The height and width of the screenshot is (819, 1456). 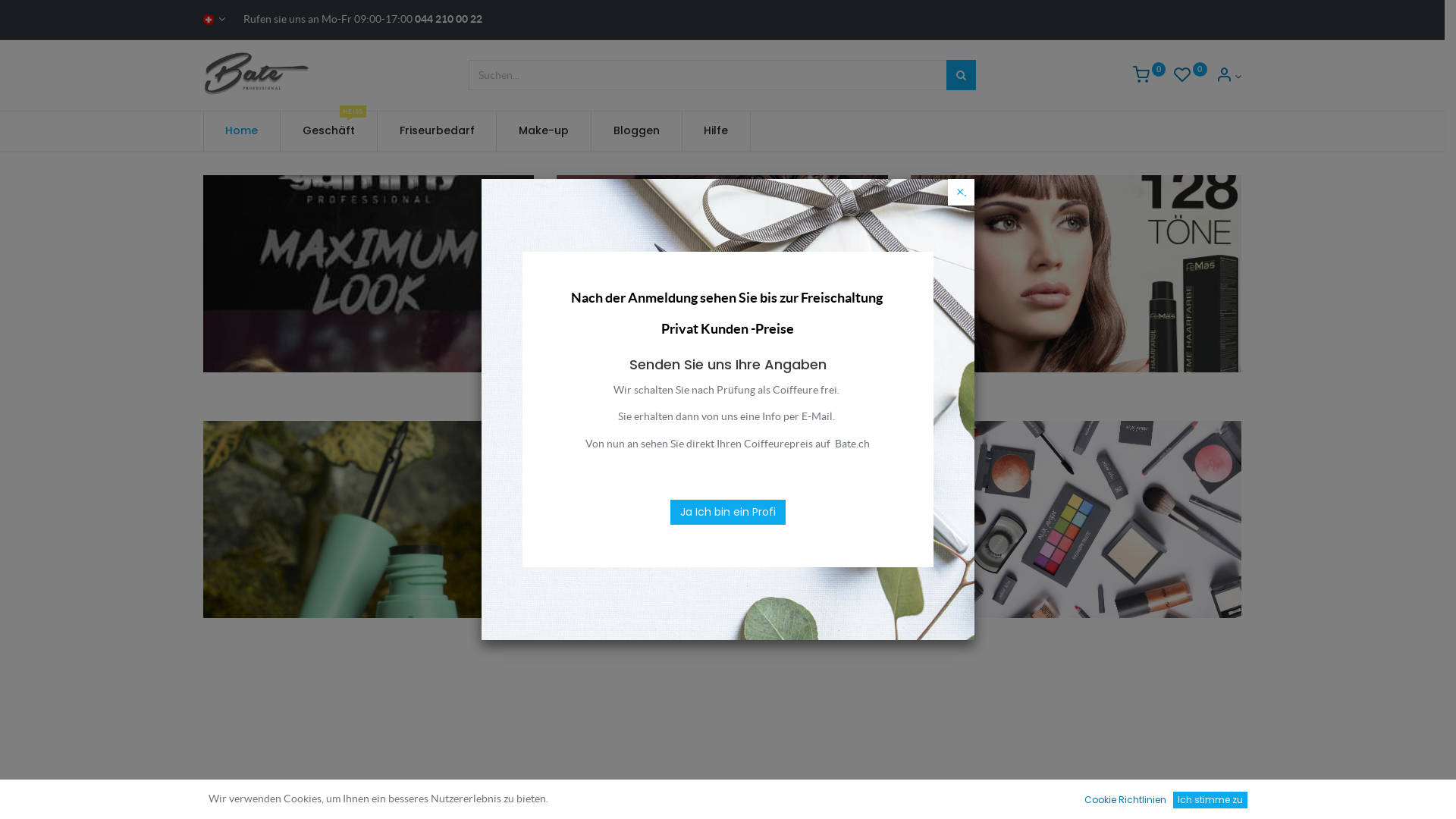 What do you see at coordinates (716, 130) in the screenshot?
I see `'Hilfe'` at bounding box center [716, 130].